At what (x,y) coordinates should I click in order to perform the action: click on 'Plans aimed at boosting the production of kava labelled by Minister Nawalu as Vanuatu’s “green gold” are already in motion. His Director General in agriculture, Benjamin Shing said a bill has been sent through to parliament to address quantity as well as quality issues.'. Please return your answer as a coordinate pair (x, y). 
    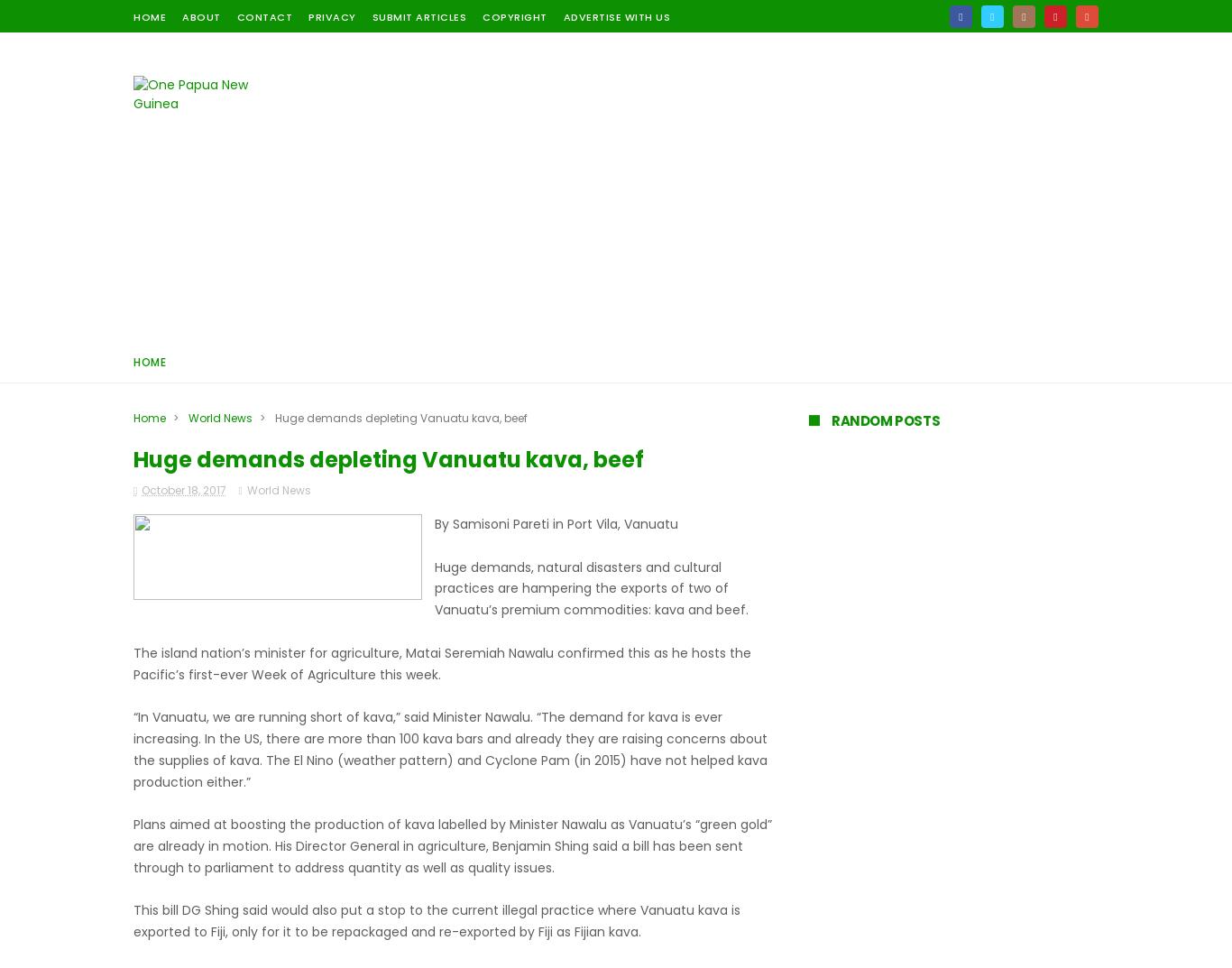
    Looking at the image, I should click on (453, 845).